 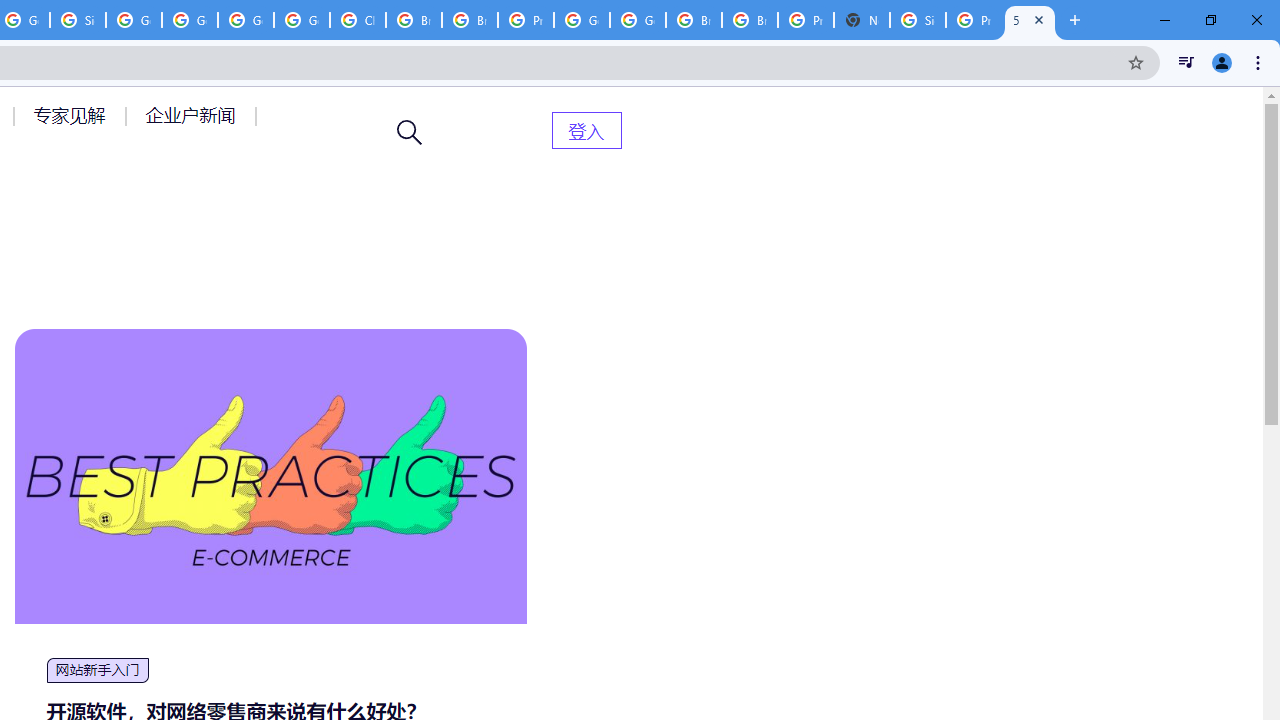 I want to click on 'Browse Chrome as a guest - Computer - Google Chrome Help', so click(x=413, y=20).